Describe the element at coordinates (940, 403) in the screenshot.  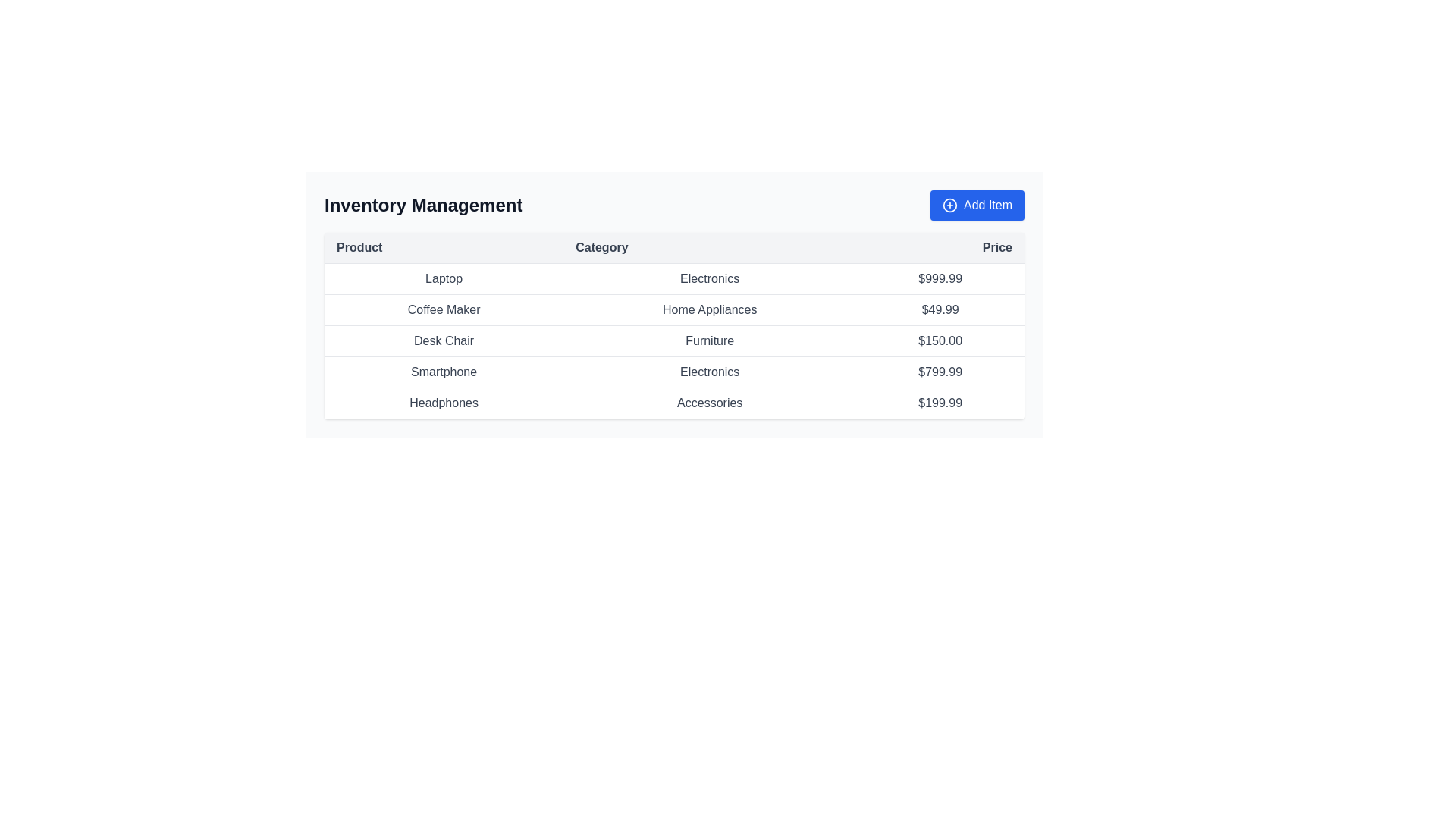
I see `the text label displaying '$199.99' in bold, which is located in the last column of the row for 'Headphones' and 'Accessories' in a data table` at that location.